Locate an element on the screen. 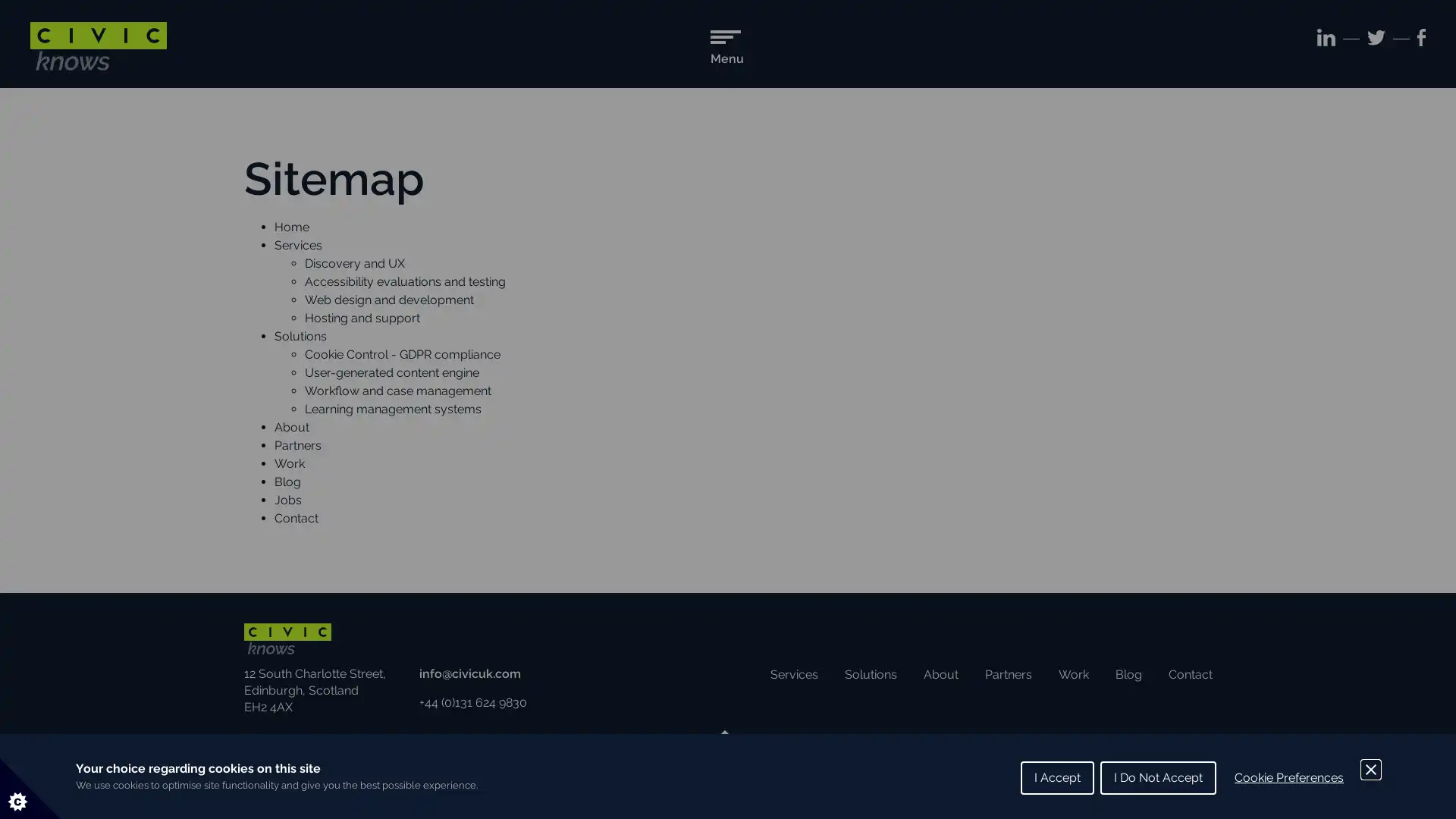  Cookie Preferences is located at coordinates (1288, 778).